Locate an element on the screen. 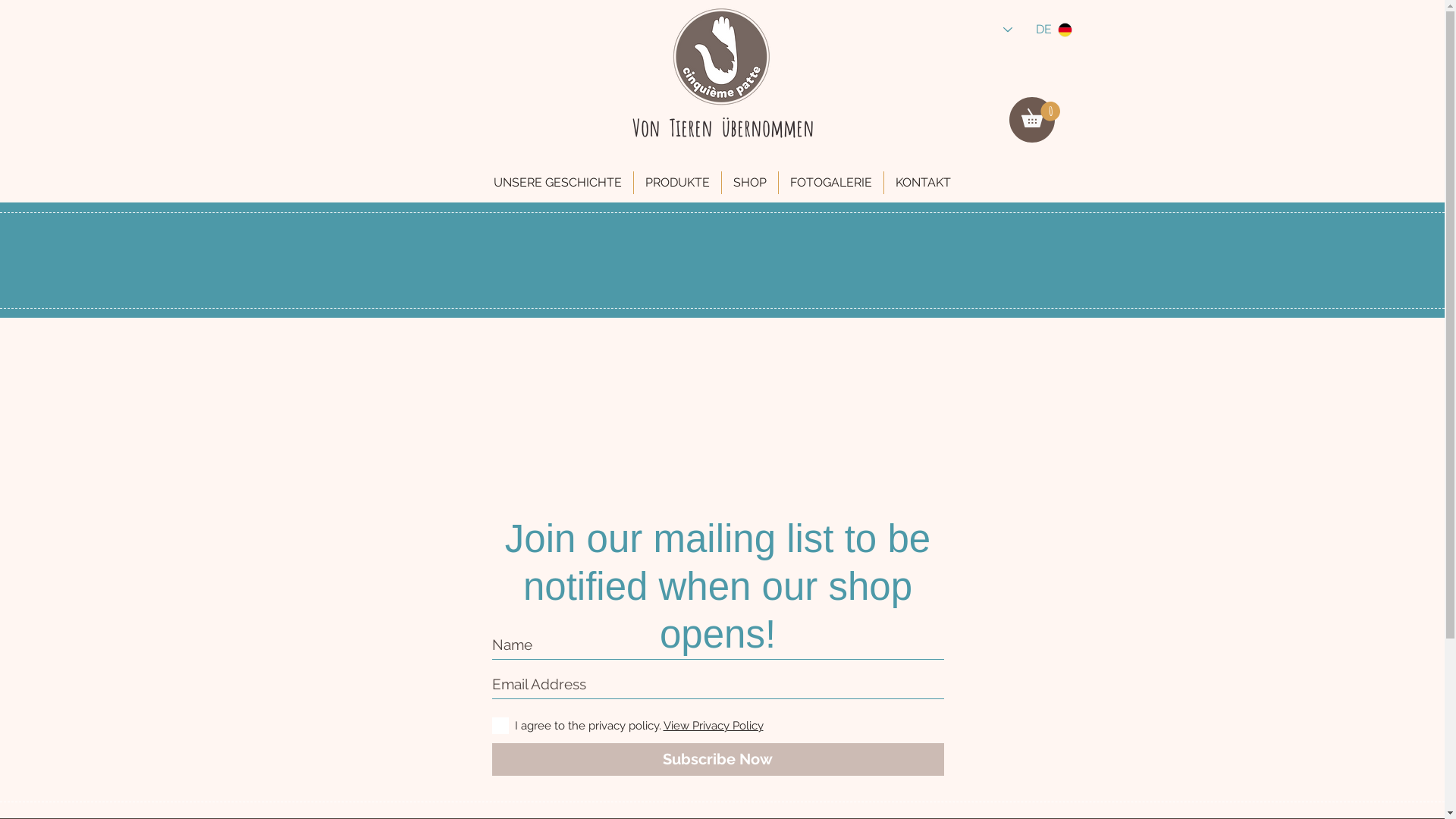 Image resolution: width=1456 pixels, height=819 pixels. 'SHOP' is located at coordinates (749, 181).